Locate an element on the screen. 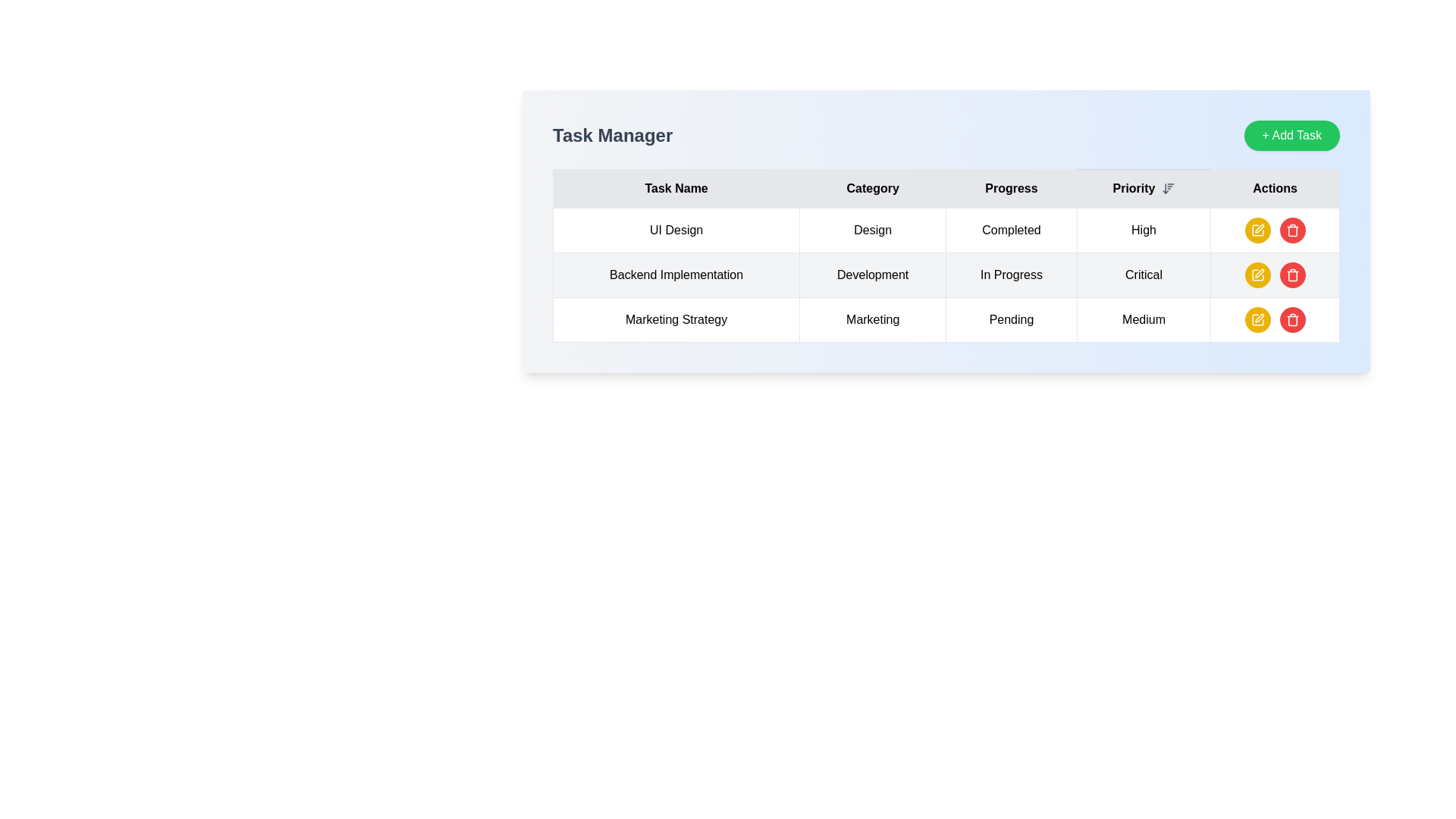 The height and width of the screenshot is (819, 1456). text content of the table cell displaying 'Marketing Strategy', which is located in the first column of the last row of the 'Task Manager' table is located at coordinates (676, 318).